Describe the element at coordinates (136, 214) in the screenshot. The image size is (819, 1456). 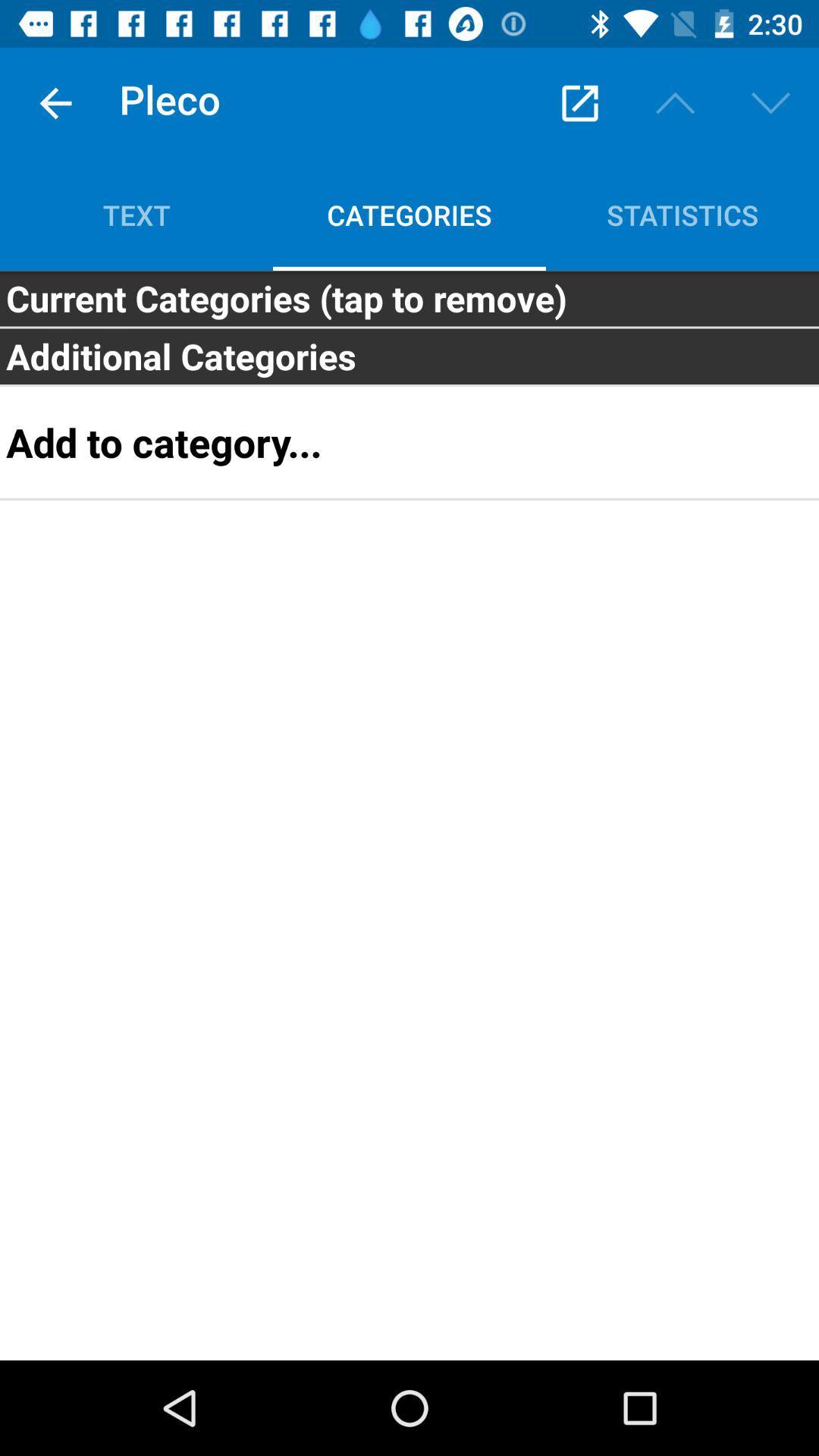
I see `item above the current categories tap icon` at that location.